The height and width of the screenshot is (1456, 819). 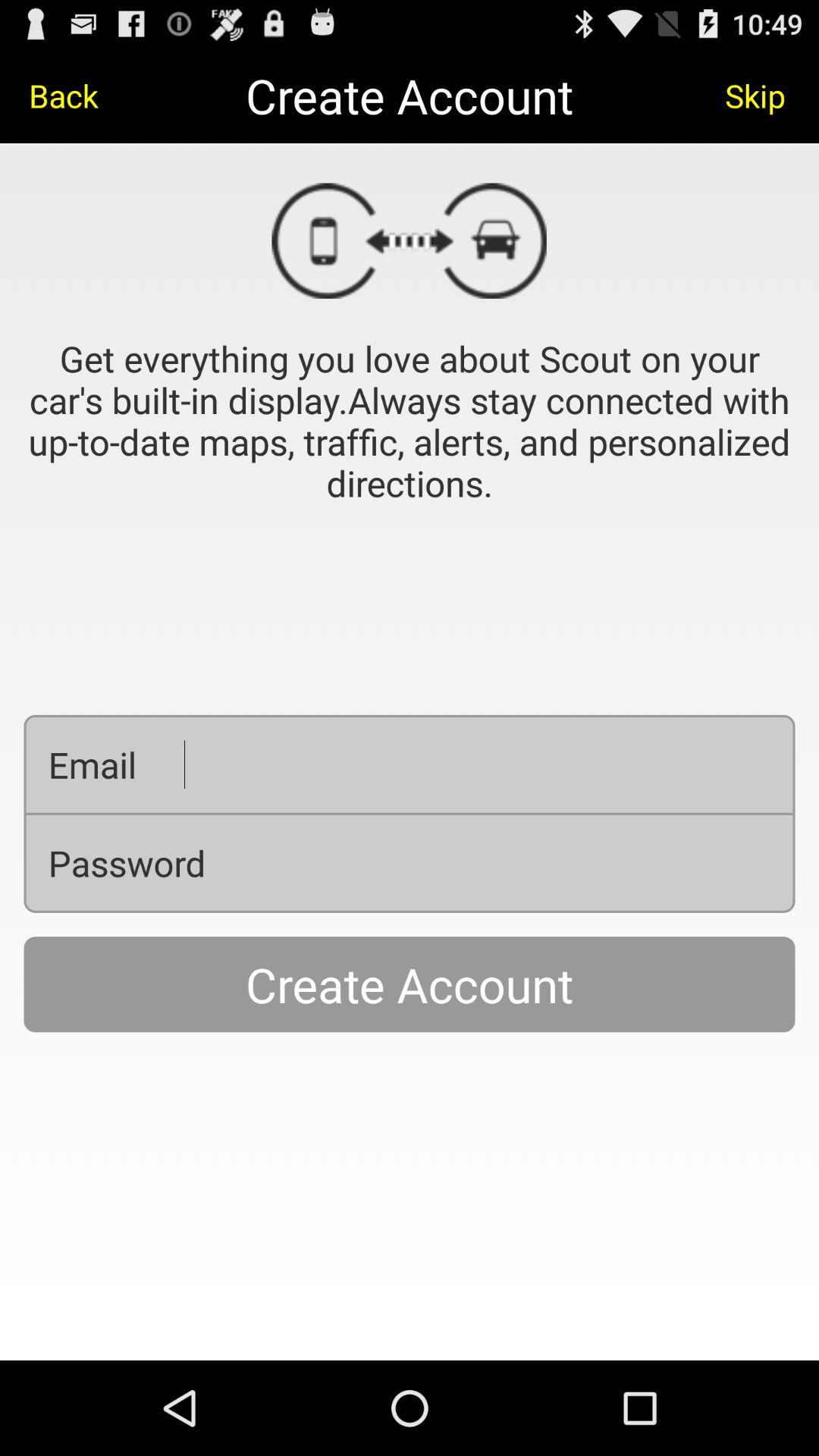 What do you see at coordinates (476, 764) in the screenshot?
I see `input email` at bounding box center [476, 764].